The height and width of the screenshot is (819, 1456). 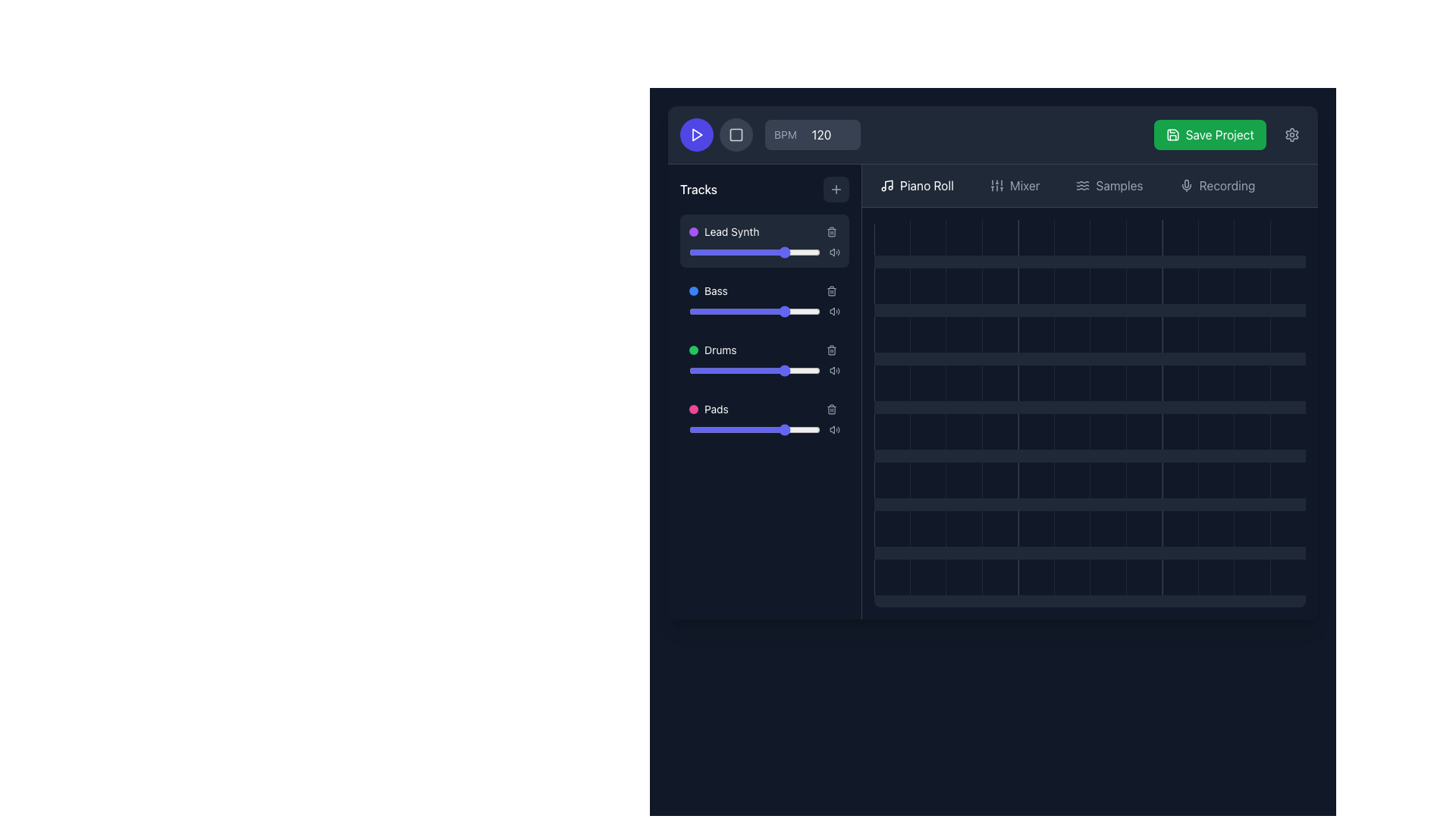 What do you see at coordinates (1071, 286) in the screenshot?
I see `the square-shaped grid cell located in the 6th column and 2nd row with a dark gray background` at bounding box center [1071, 286].